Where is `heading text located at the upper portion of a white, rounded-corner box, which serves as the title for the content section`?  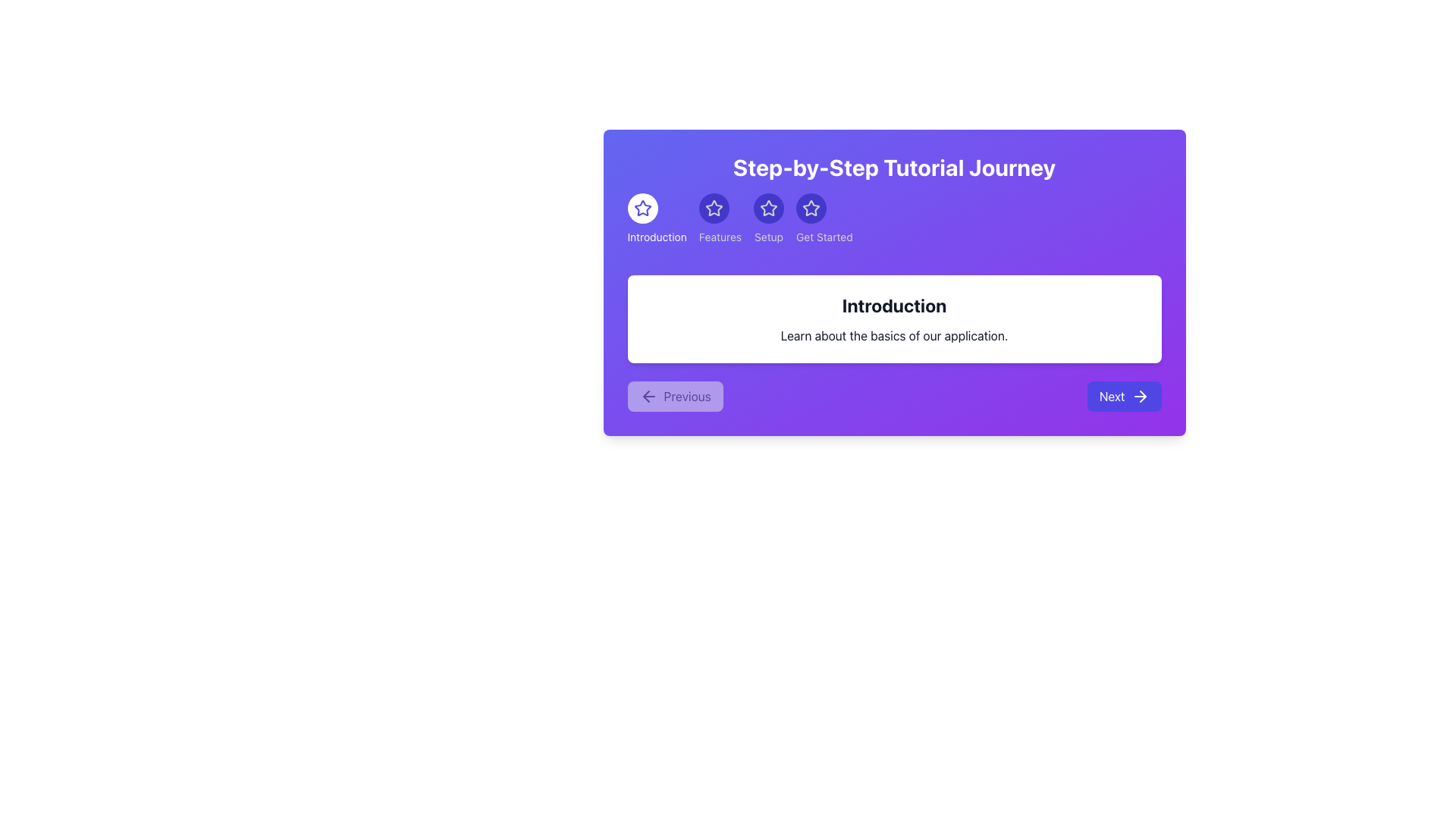
heading text located at the upper portion of a white, rounded-corner box, which serves as the title for the content section is located at coordinates (894, 305).